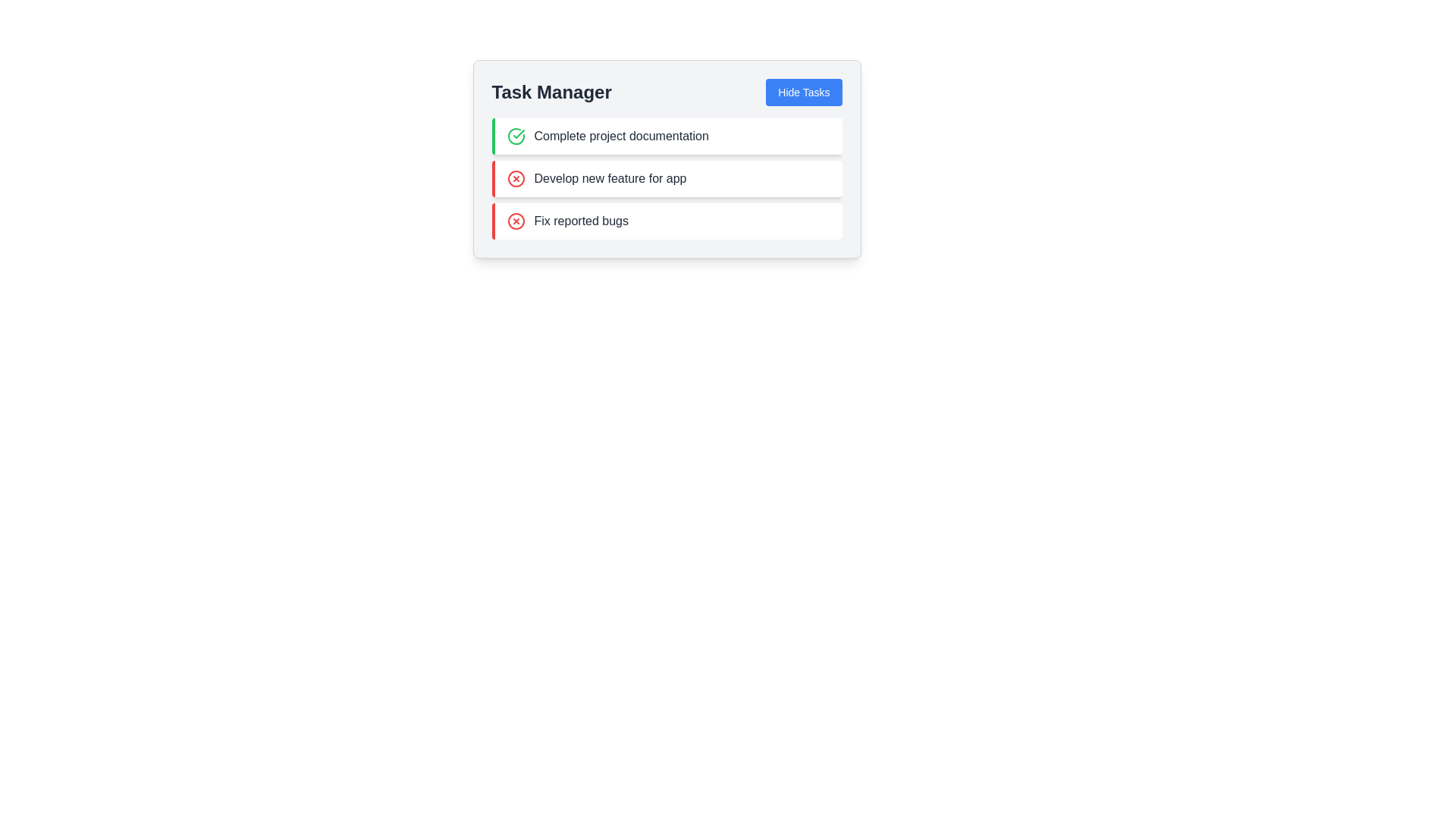 Image resolution: width=1456 pixels, height=819 pixels. I want to click on the circular red outlined icon with an 'X' in the middle, located to the left of the text 'Fix reported bugs' in the third row of tasks, so click(516, 221).